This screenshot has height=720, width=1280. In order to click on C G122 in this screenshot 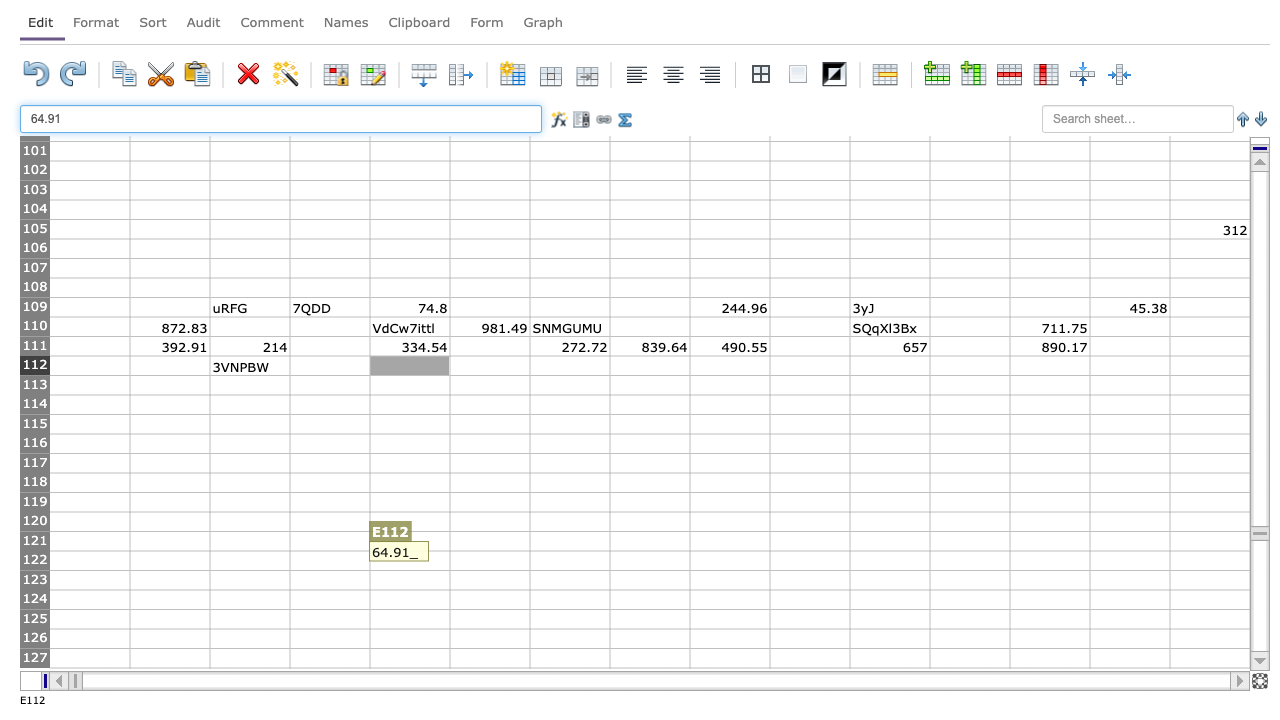, I will do `click(568, 560)`.